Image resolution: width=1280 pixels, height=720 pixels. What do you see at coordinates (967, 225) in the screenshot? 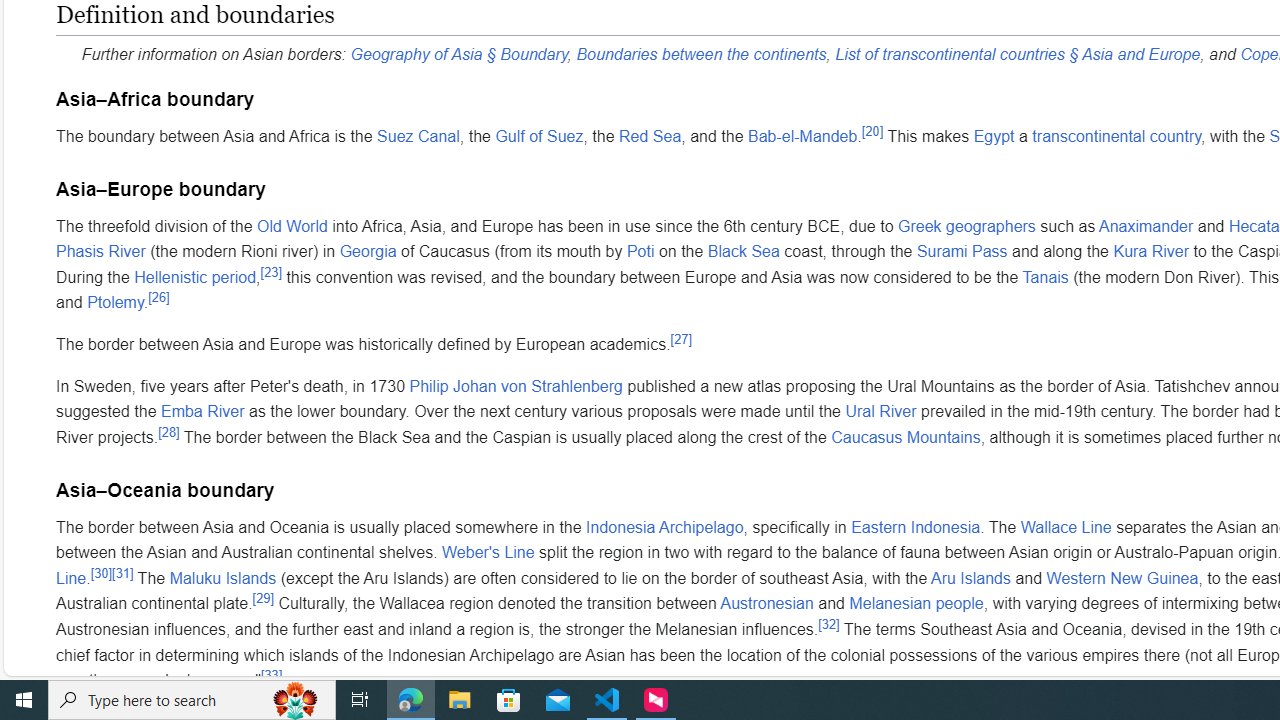
I see `'Greek geographers'` at bounding box center [967, 225].